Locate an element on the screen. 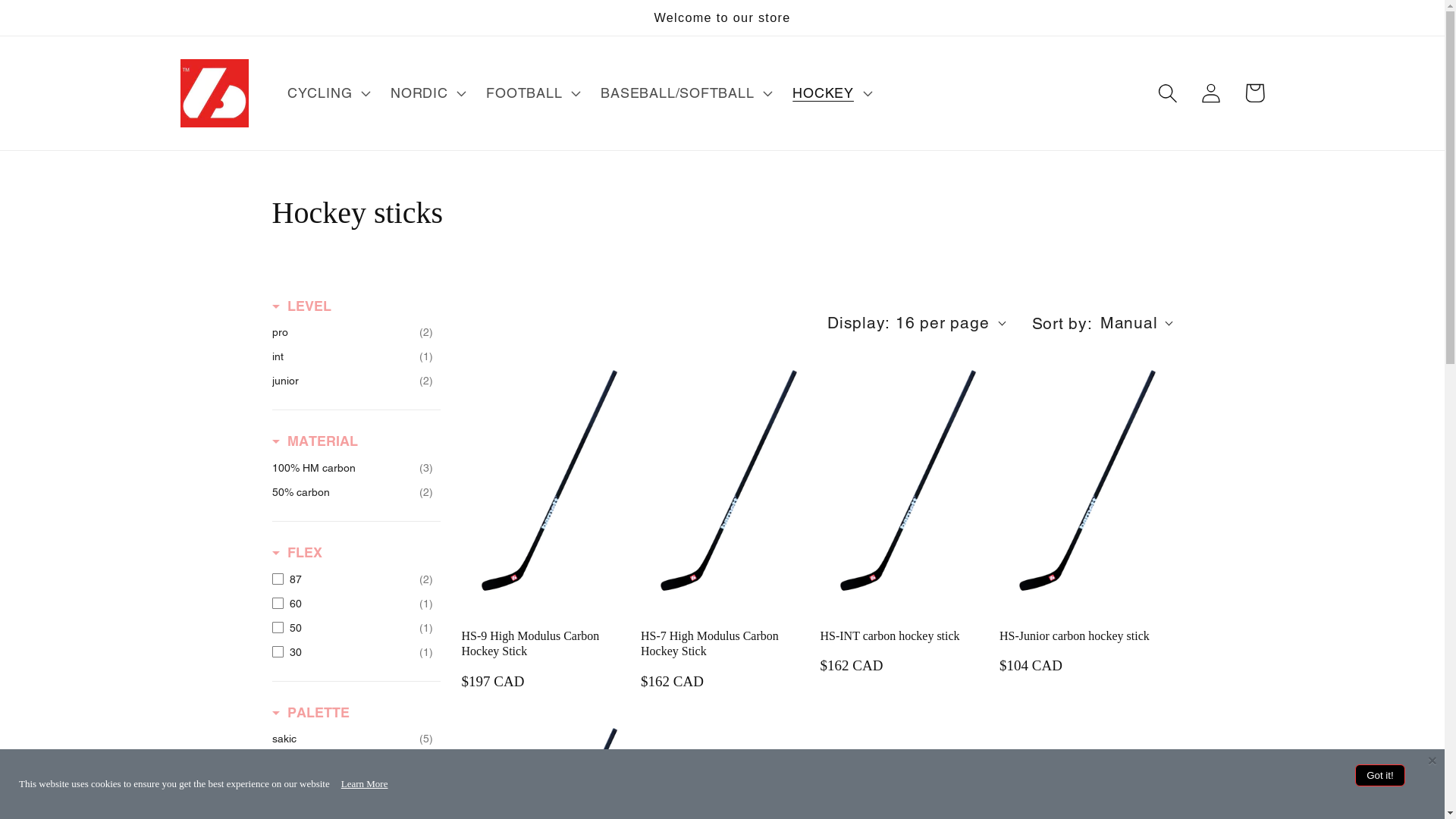 Image resolution: width=1456 pixels, height=819 pixels. 'lidstrom is located at coordinates (271, 763).